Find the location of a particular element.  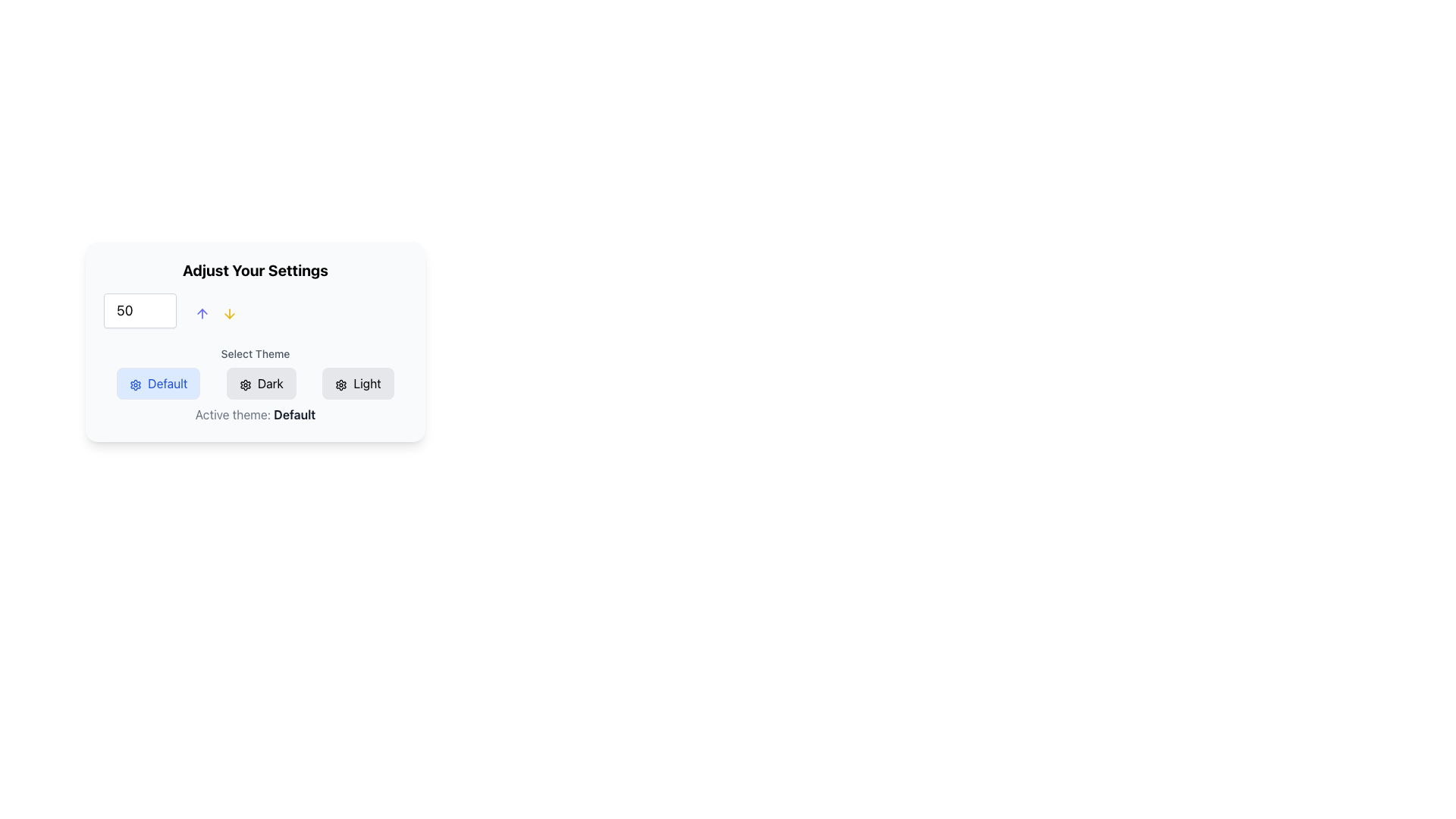

on the Text display showing the number '50' within its minimalistic rectangular box in the upper-left part of the settings card interface is located at coordinates (124, 309).